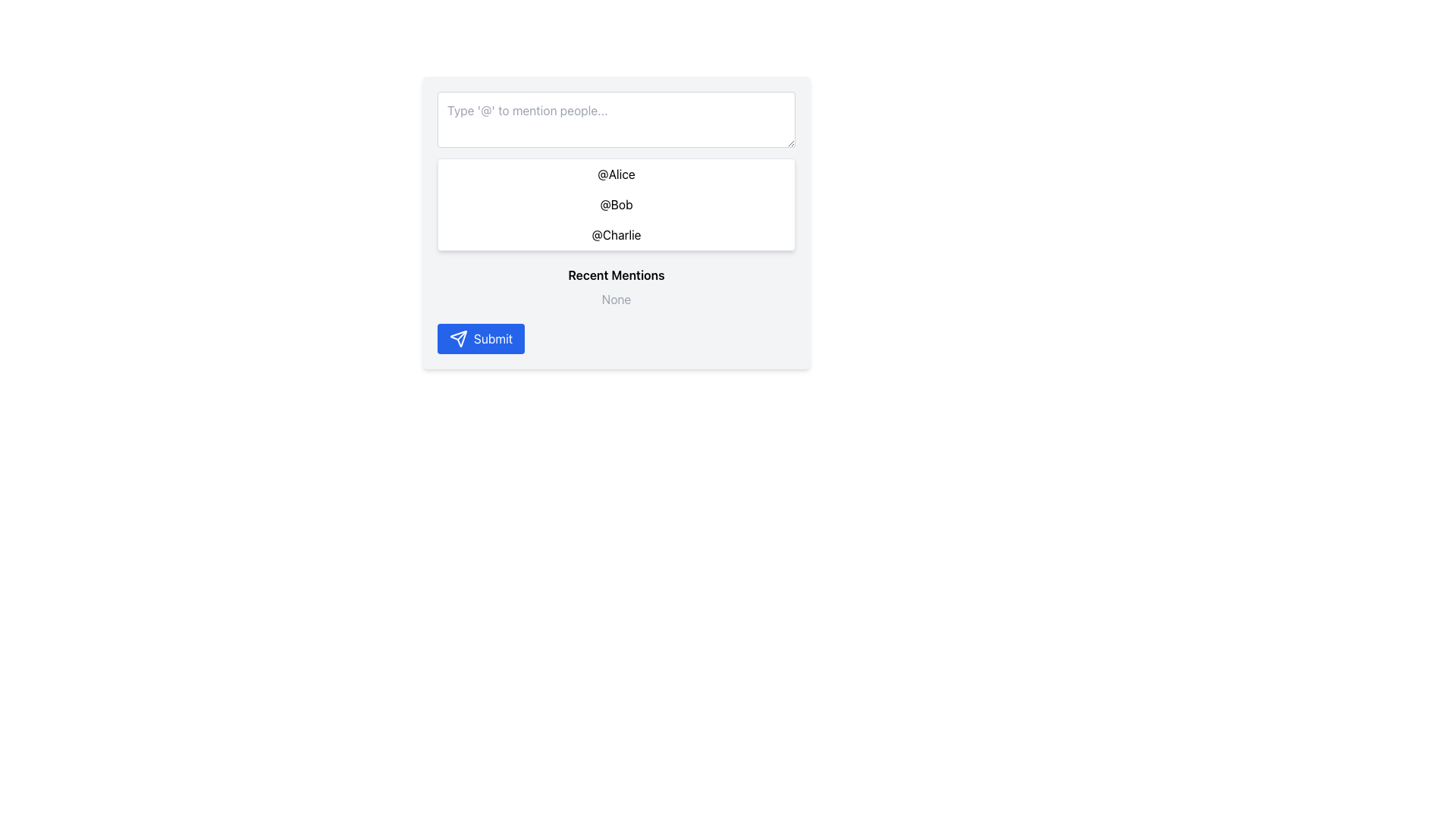 Image resolution: width=1456 pixels, height=819 pixels. I want to click on to select the text item '@Alice' from the dropdown list, which is styled with padding and a hover effect that changes the background to blue, so click(616, 174).